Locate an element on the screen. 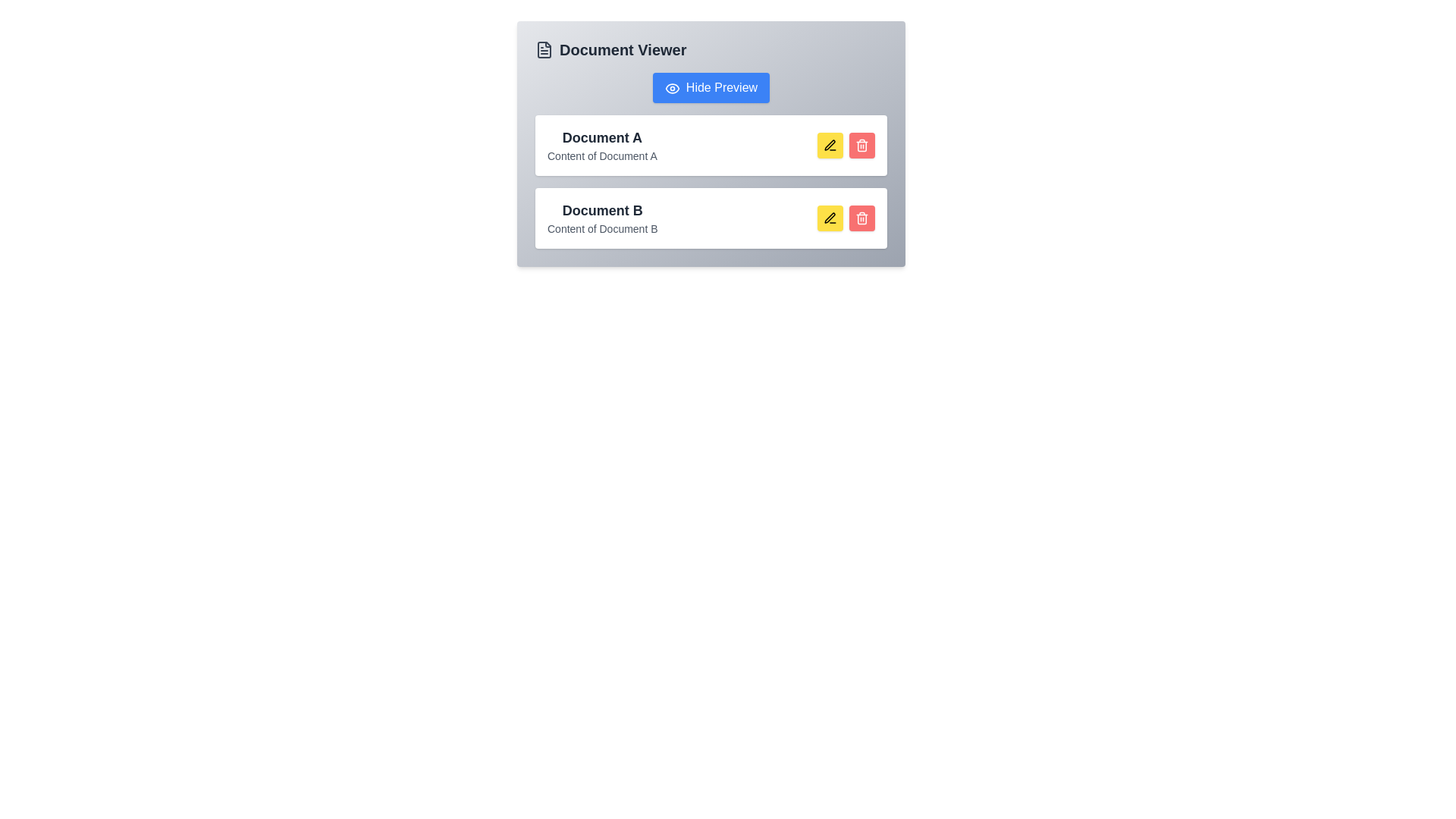 This screenshot has height=819, width=1456. the header Text label that serves as the title for the document viewer interface, located centrally and horizontally aligned with an icon on its left is located at coordinates (623, 49).